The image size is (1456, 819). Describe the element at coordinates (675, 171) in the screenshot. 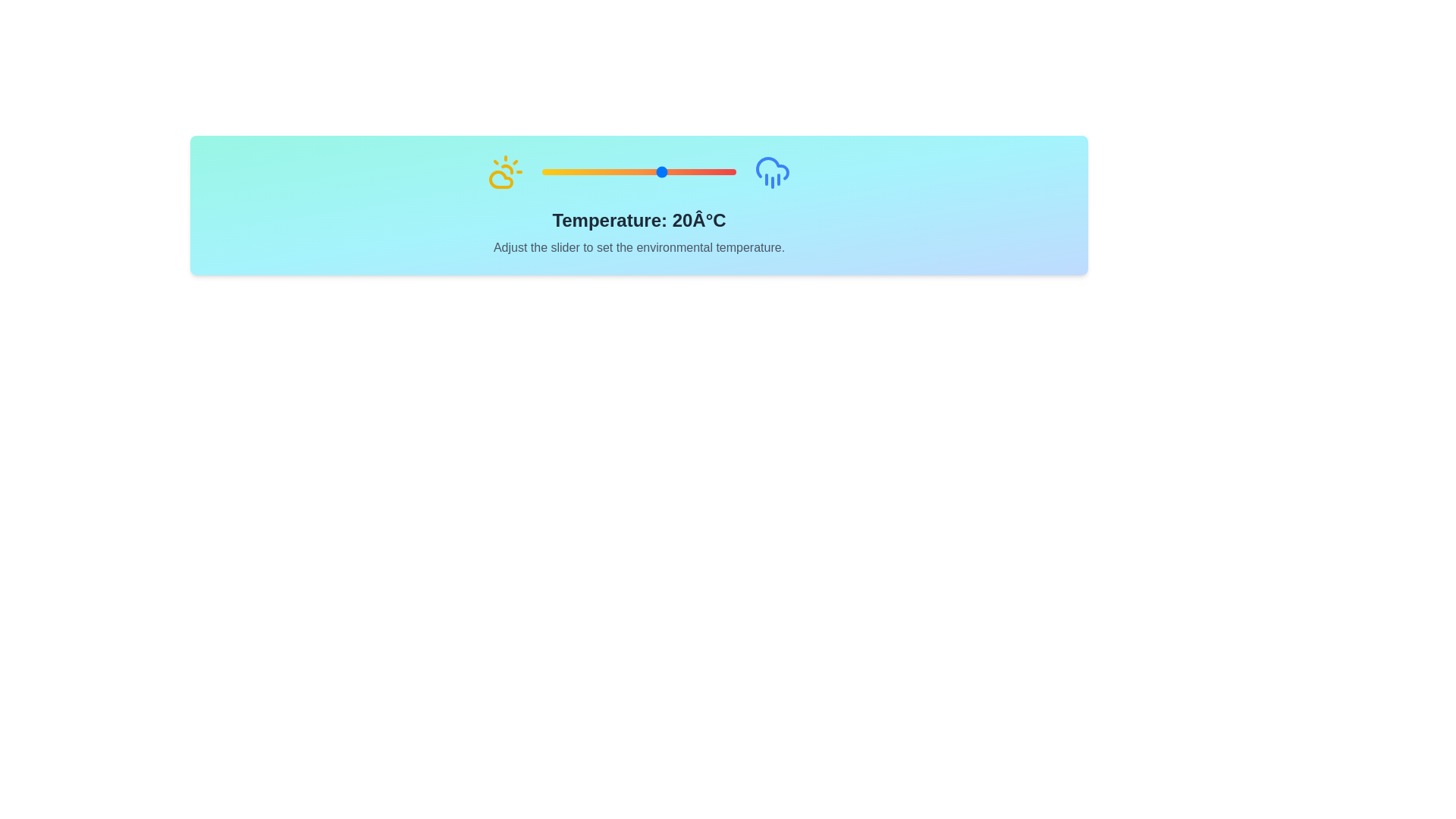

I see `the slider to set the temperature to 25 degrees Celsius` at that location.